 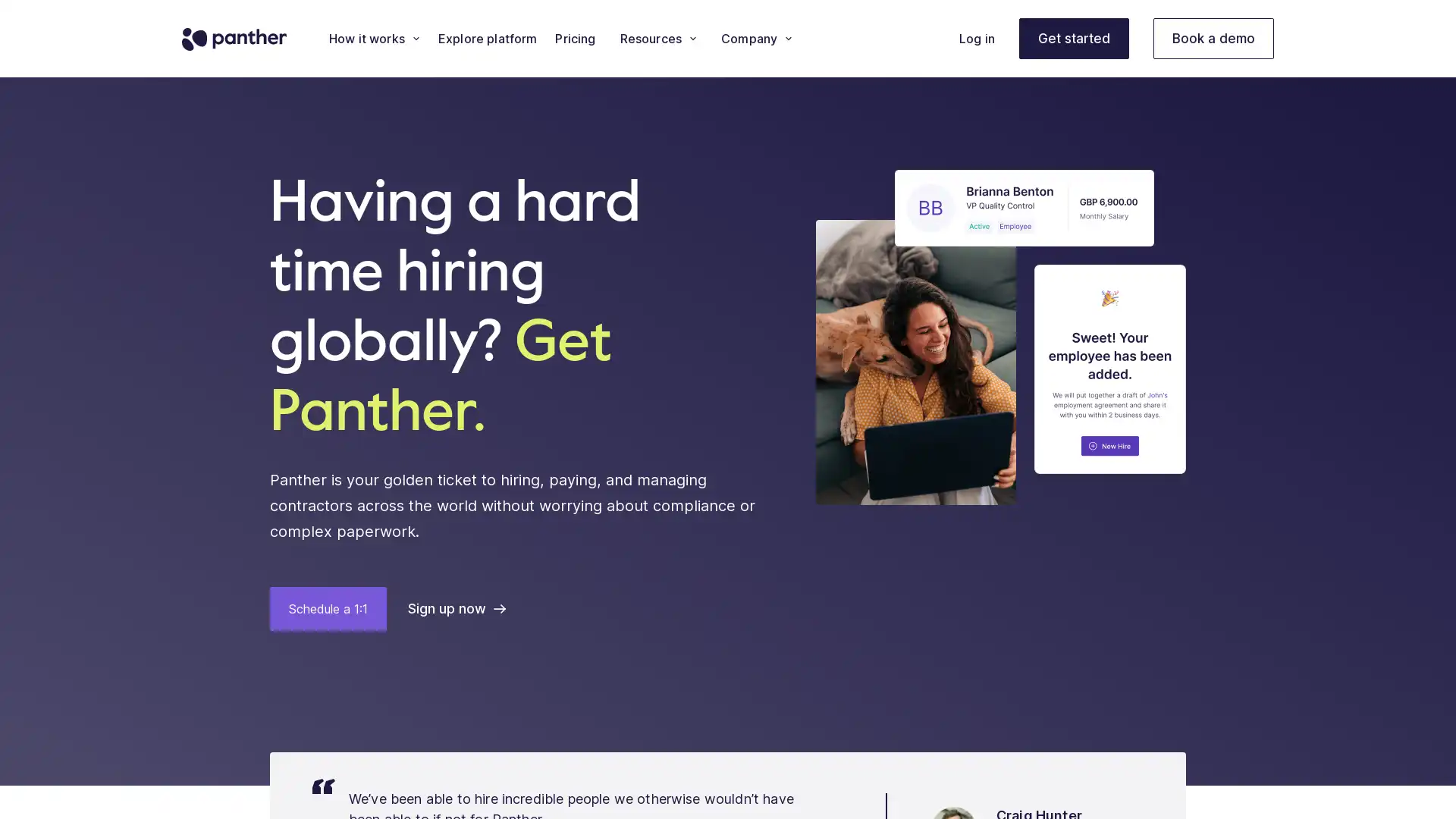 What do you see at coordinates (1417, 780) in the screenshot?
I see `Open Intercom Messenger` at bounding box center [1417, 780].